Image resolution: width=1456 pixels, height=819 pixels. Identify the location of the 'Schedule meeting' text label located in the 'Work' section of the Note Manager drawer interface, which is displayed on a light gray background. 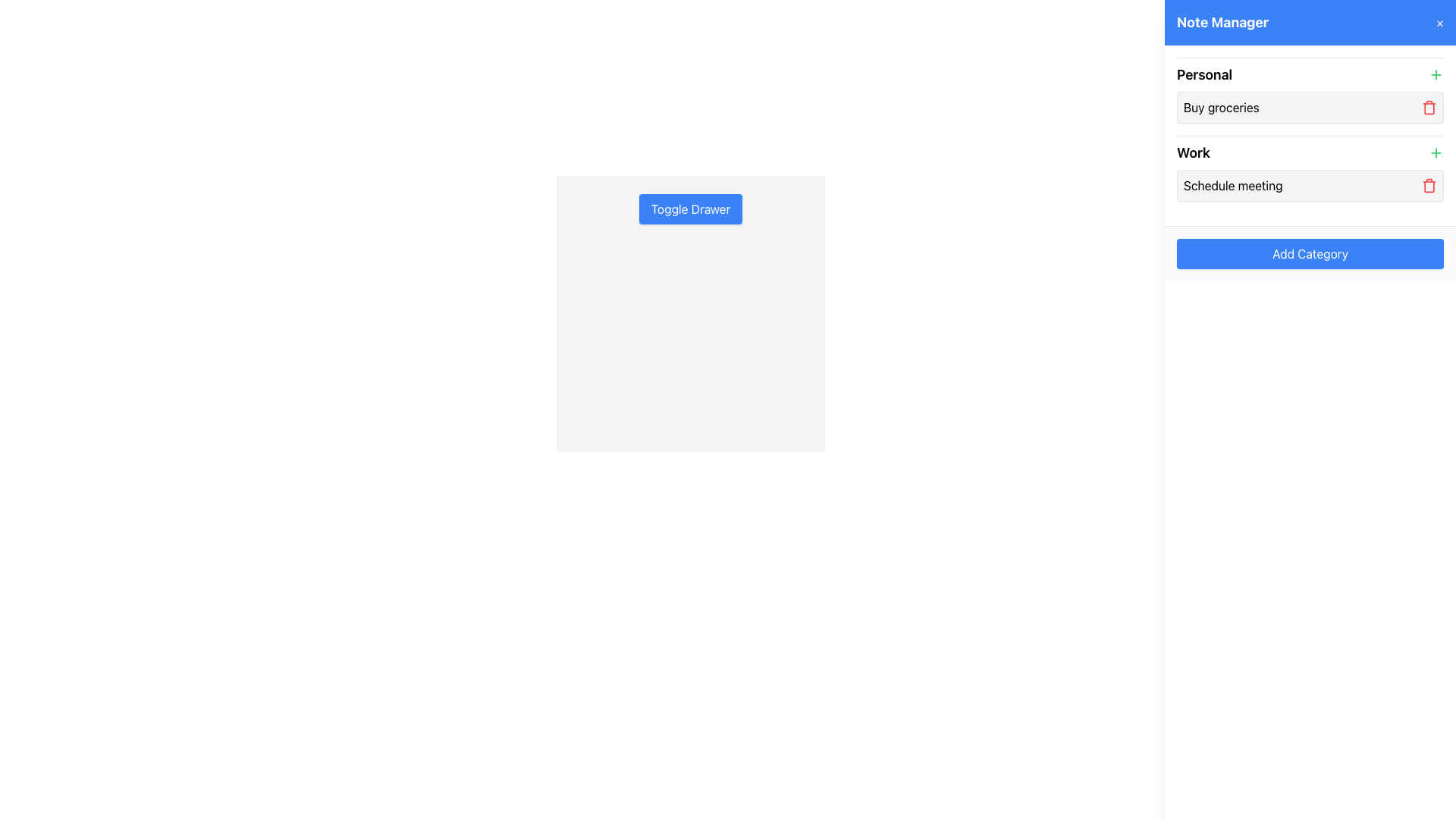
(1233, 185).